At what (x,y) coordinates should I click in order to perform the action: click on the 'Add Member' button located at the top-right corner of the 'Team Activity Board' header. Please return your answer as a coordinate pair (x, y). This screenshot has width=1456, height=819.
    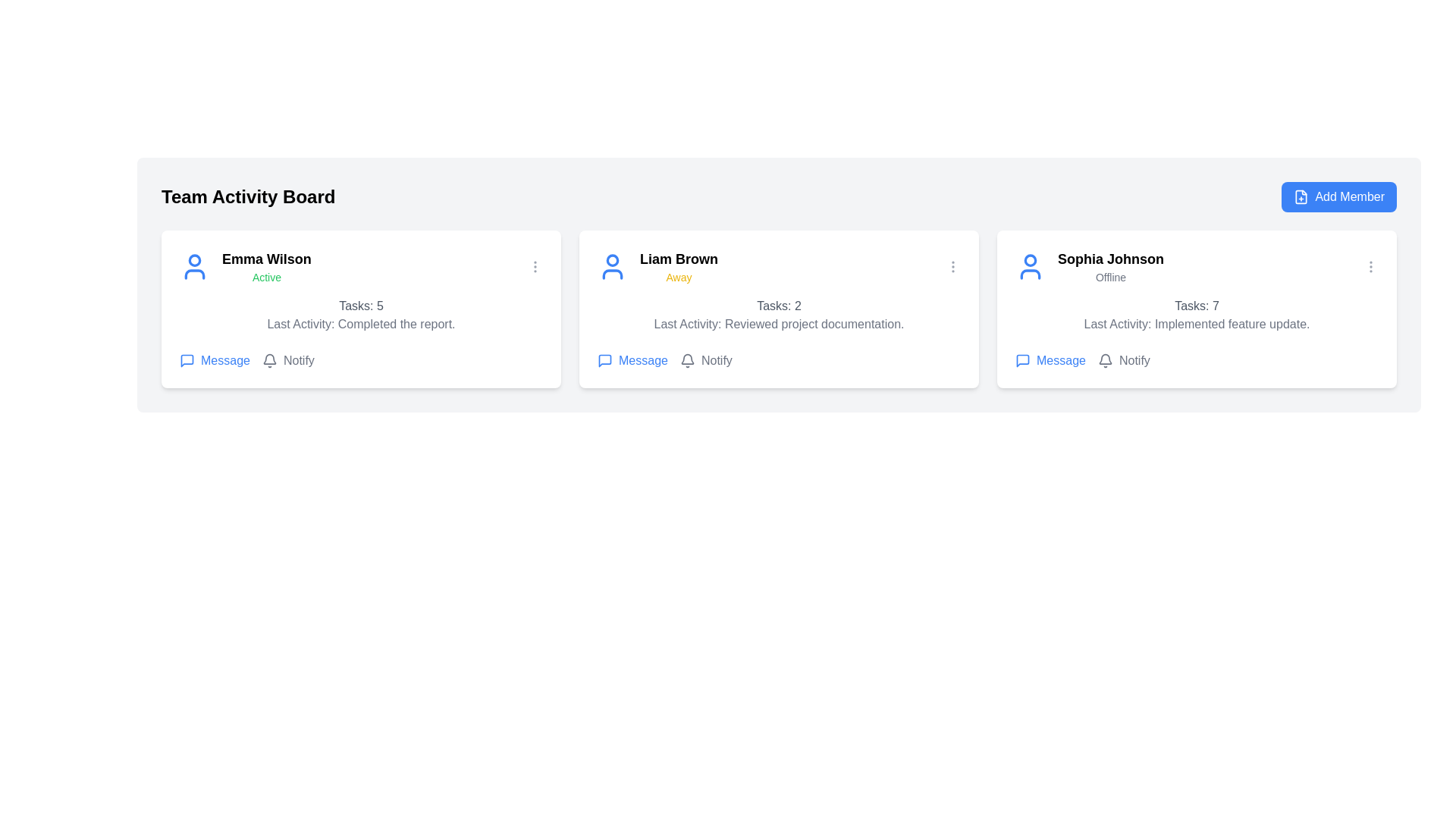
    Looking at the image, I should click on (1339, 196).